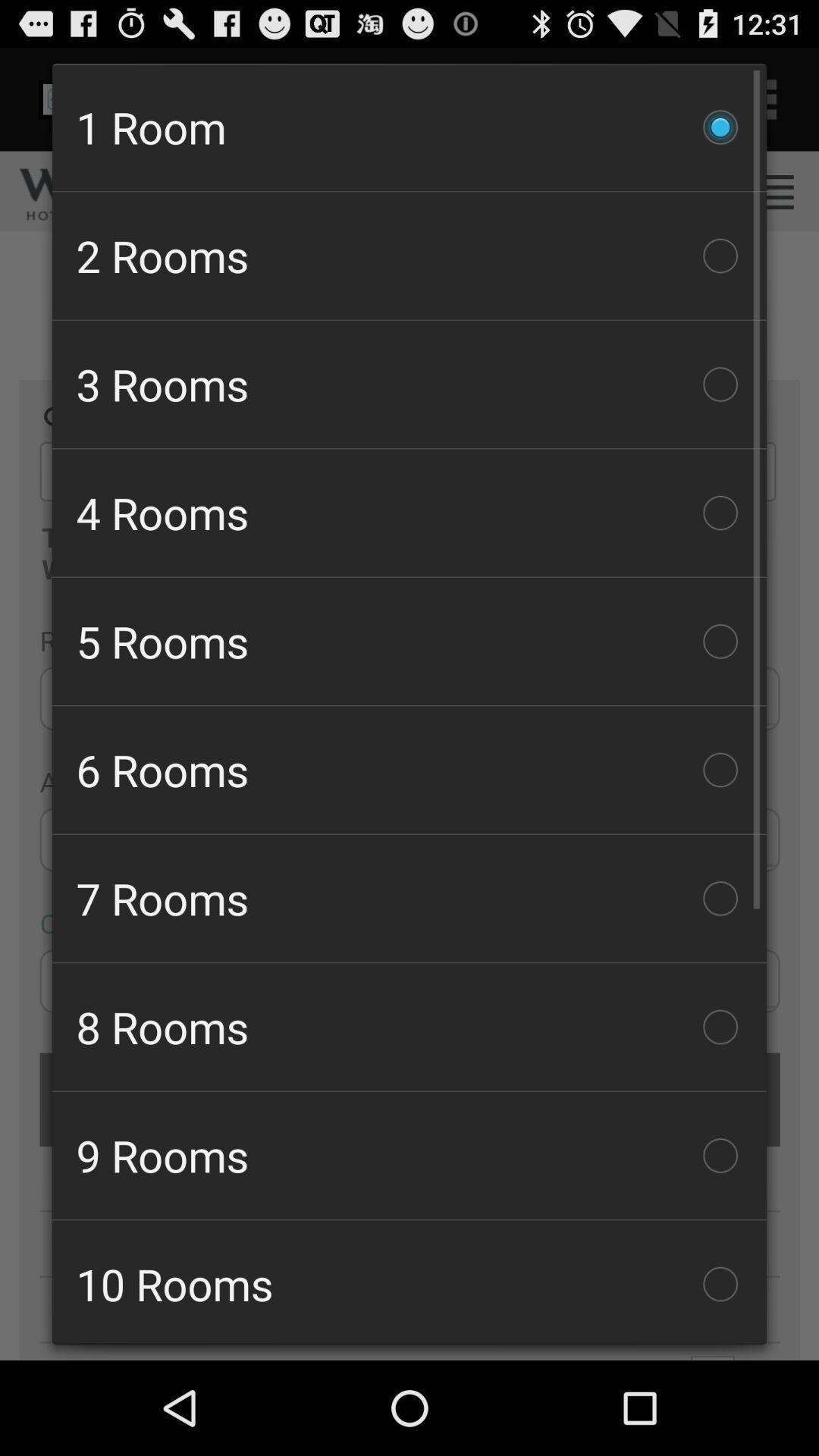 This screenshot has width=819, height=1456. Describe the element at coordinates (409, 1154) in the screenshot. I see `item below the 8 rooms icon` at that location.